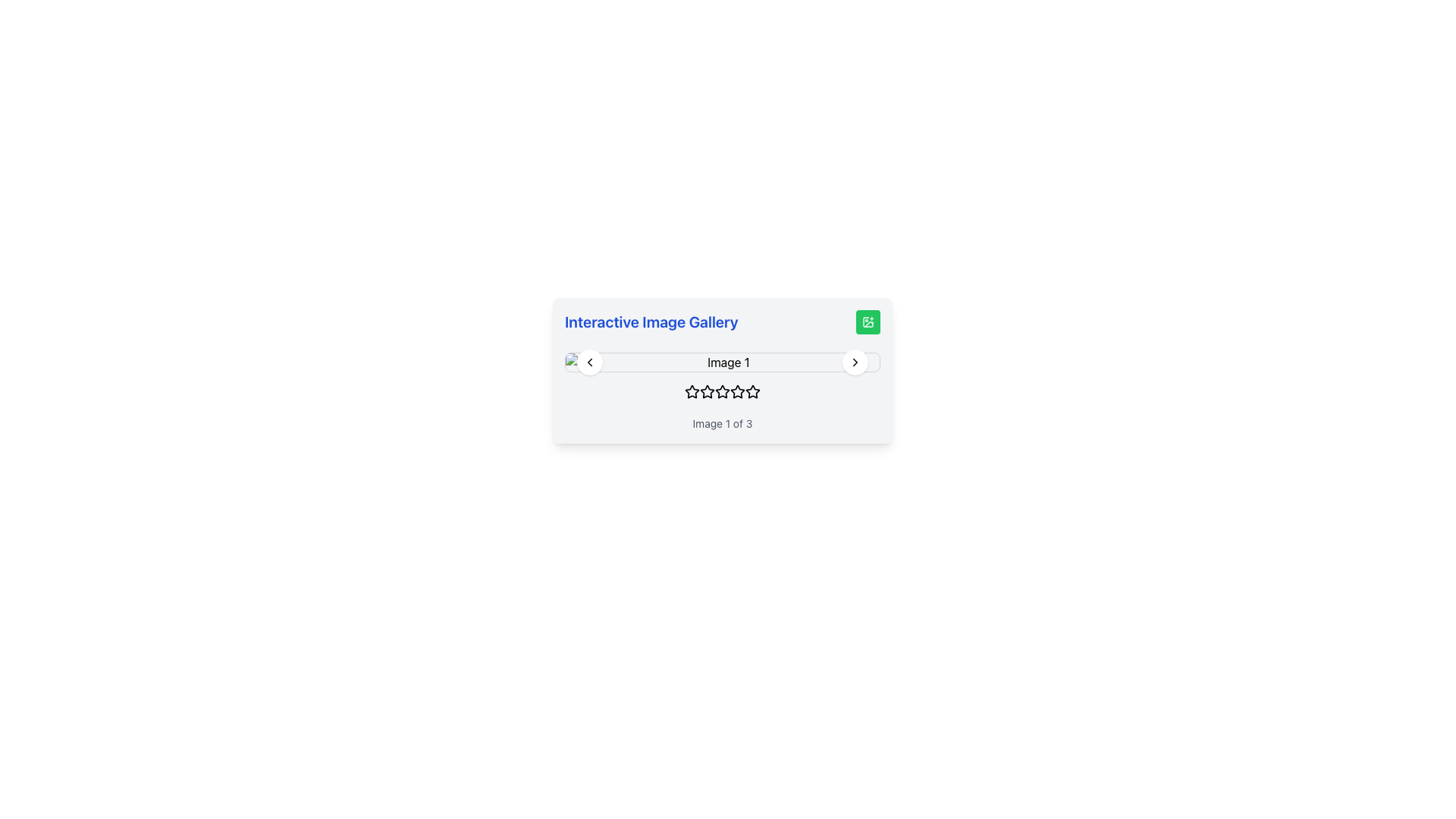  What do you see at coordinates (588, 362) in the screenshot?
I see `the navigation button located at the left edge of the horizontal layout, adjacent to the title 'Image 1'` at bounding box center [588, 362].